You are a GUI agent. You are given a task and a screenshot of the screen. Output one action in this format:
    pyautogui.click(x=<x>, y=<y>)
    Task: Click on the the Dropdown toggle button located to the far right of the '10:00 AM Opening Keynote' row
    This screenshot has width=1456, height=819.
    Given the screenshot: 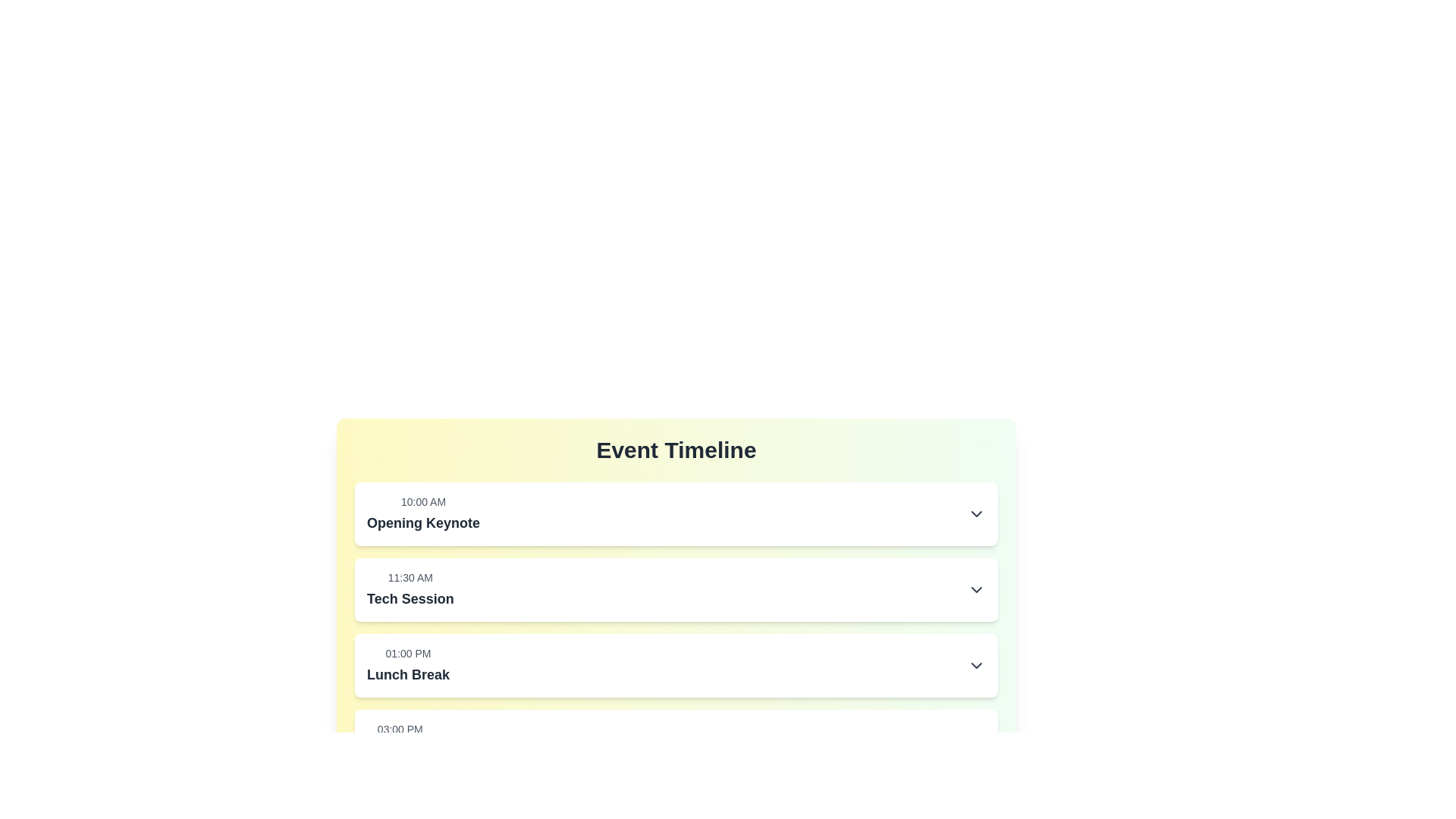 What is the action you would take?
    pyautogui.click(x=976, y=513)
    